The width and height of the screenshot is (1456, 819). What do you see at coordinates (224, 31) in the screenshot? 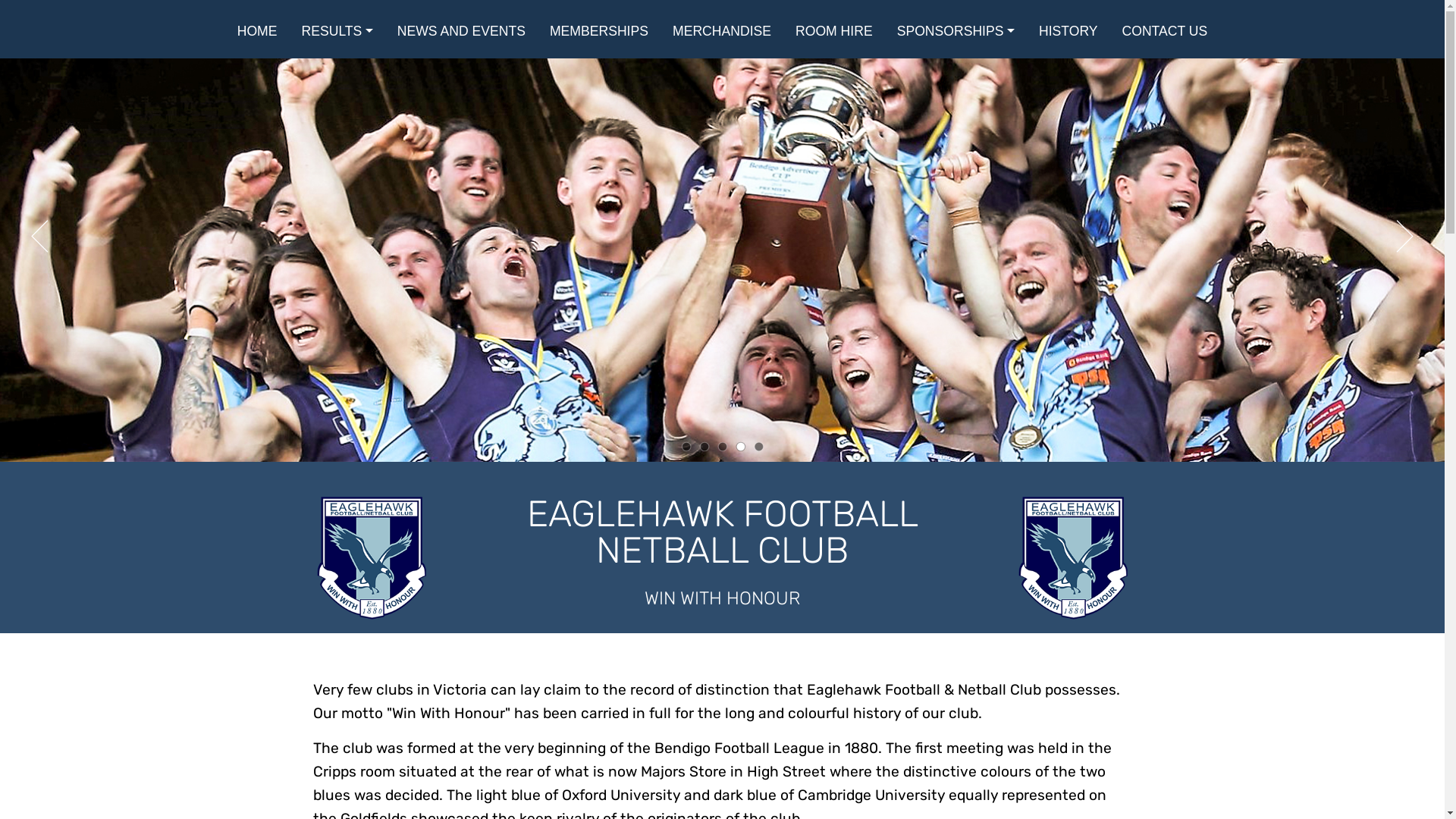
I see `'HOME'` at bounding box center [224, 31].